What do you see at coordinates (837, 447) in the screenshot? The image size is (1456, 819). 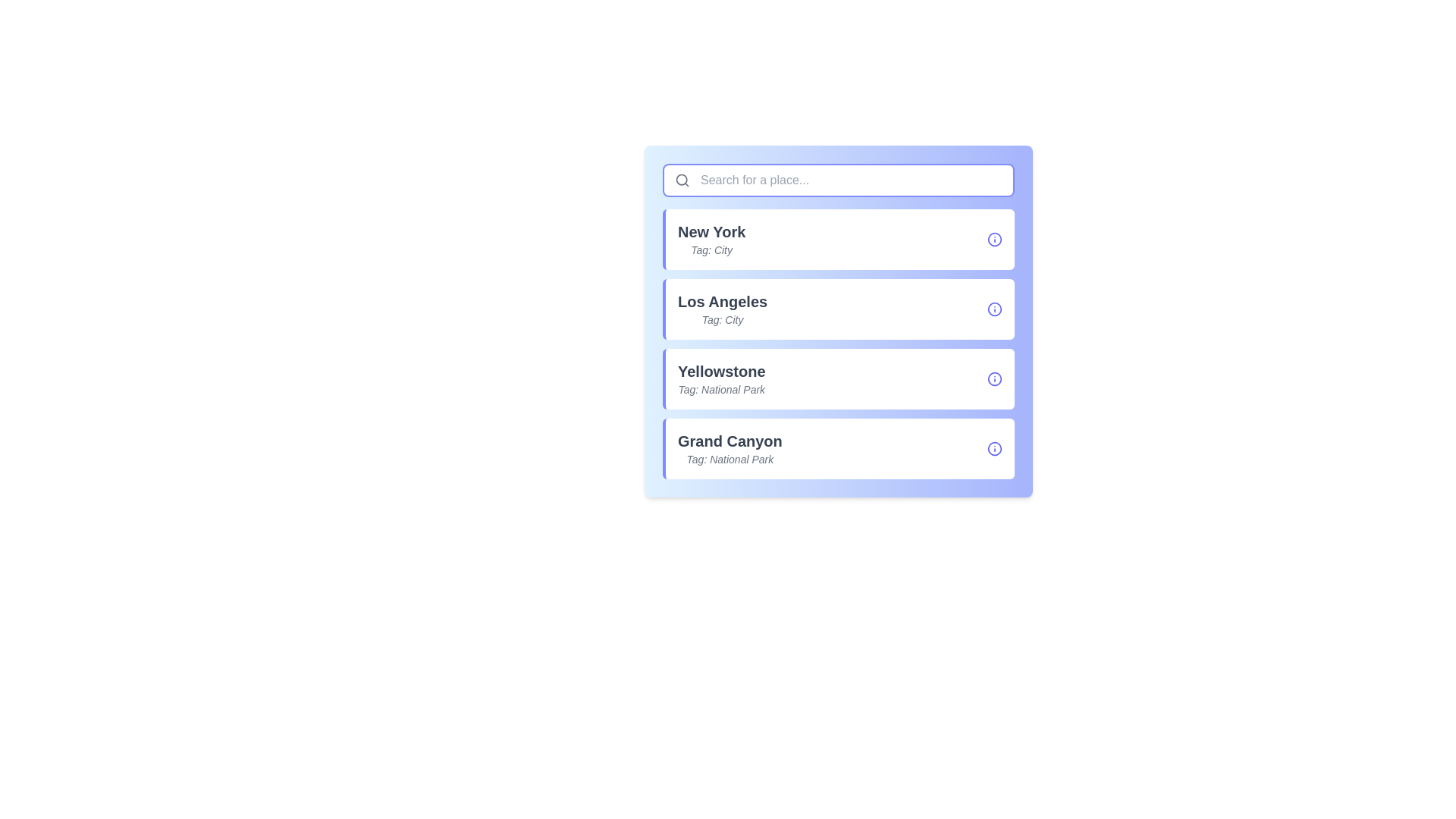 I see `the 'Grand Canyon' card, which is the fourth card in a vertical list of similar cards` at bounding box center [837, 447].